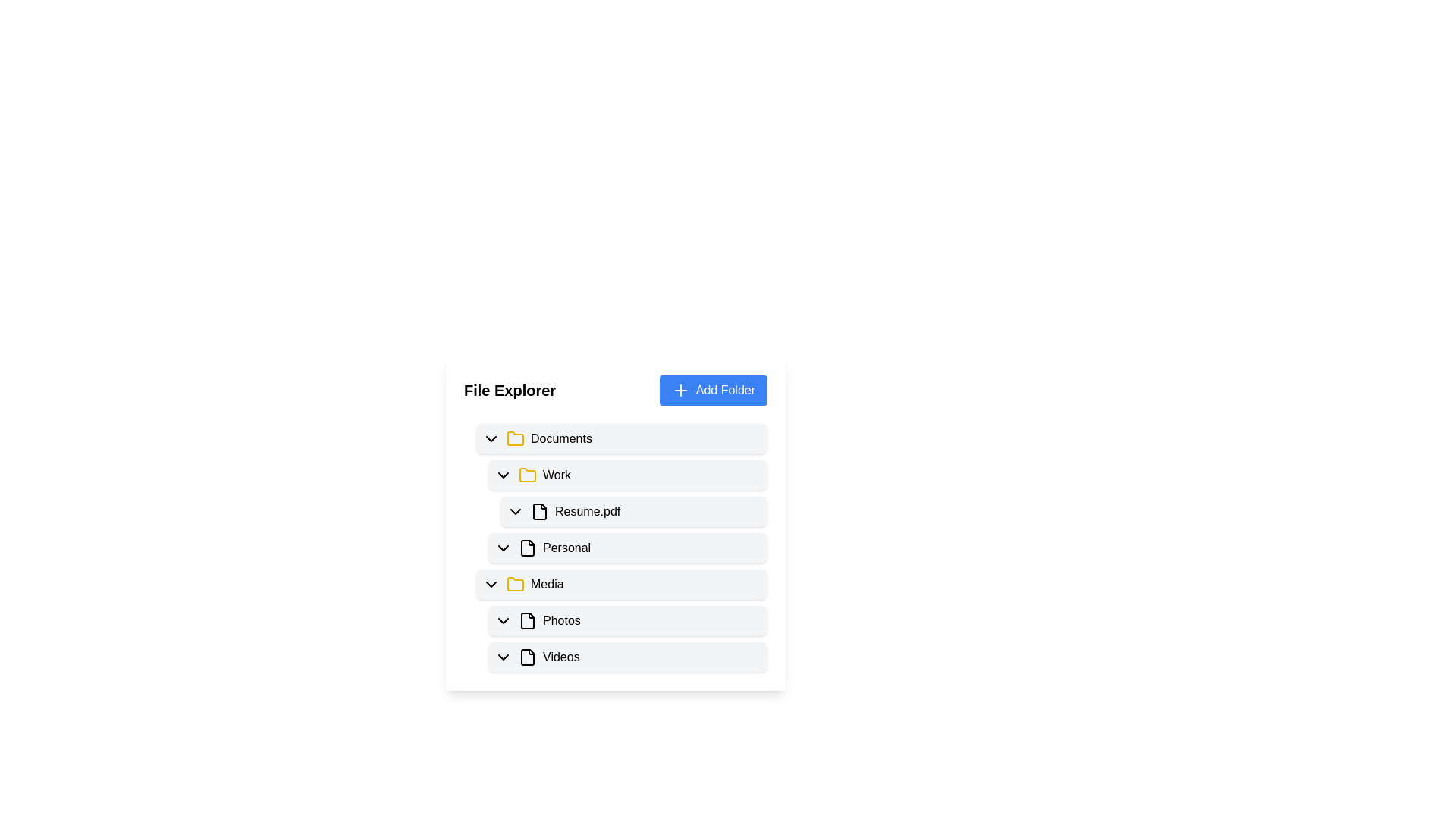 The image size is (1456, 819). I want to click on the Chevron icon, so click(503, 620).